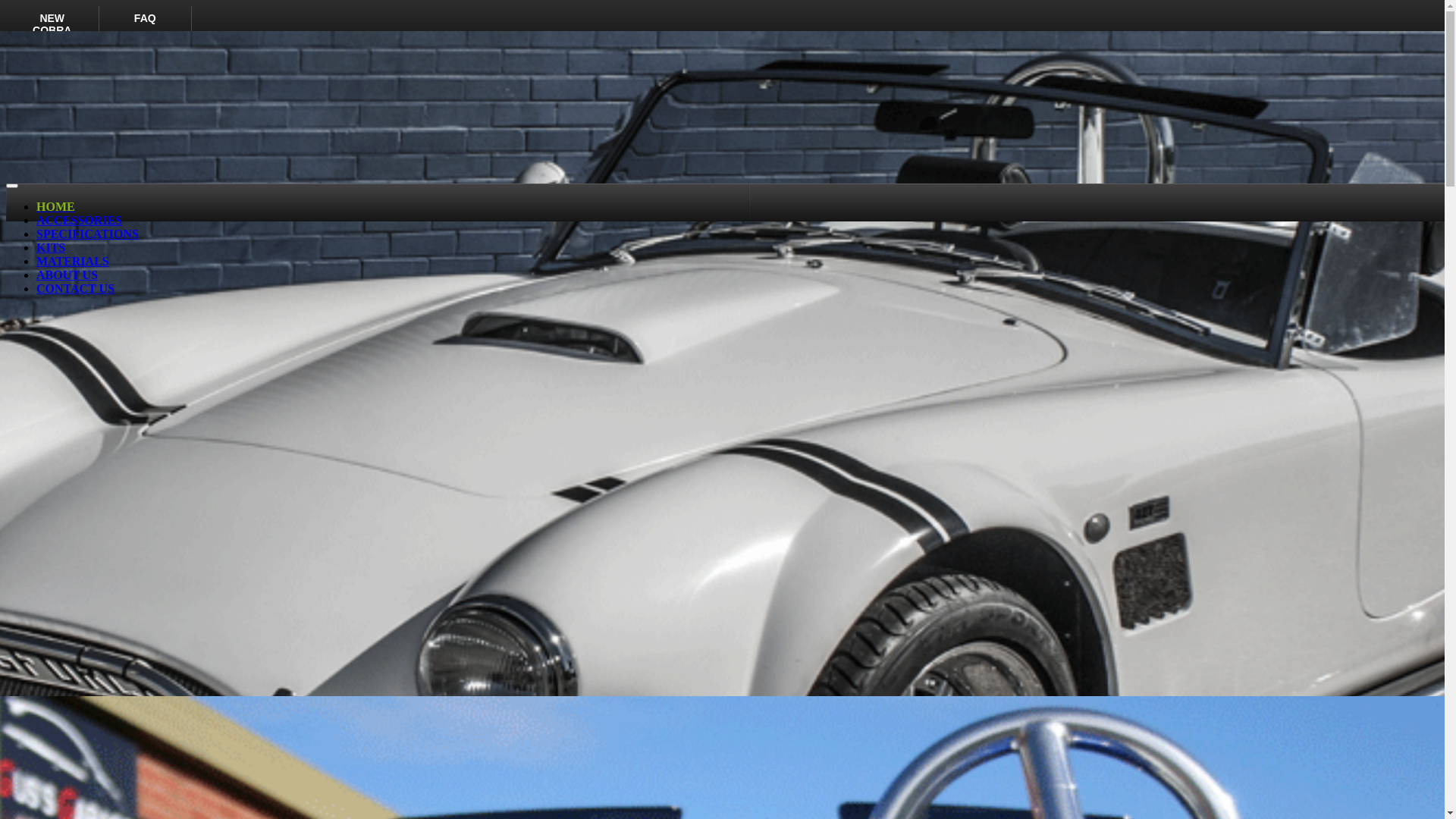 This screenshot has height=819, width=1456. Describe the element at coordinates (86, 234) in the screenshot. I see `'SPECIFICATIONS'` at that location.